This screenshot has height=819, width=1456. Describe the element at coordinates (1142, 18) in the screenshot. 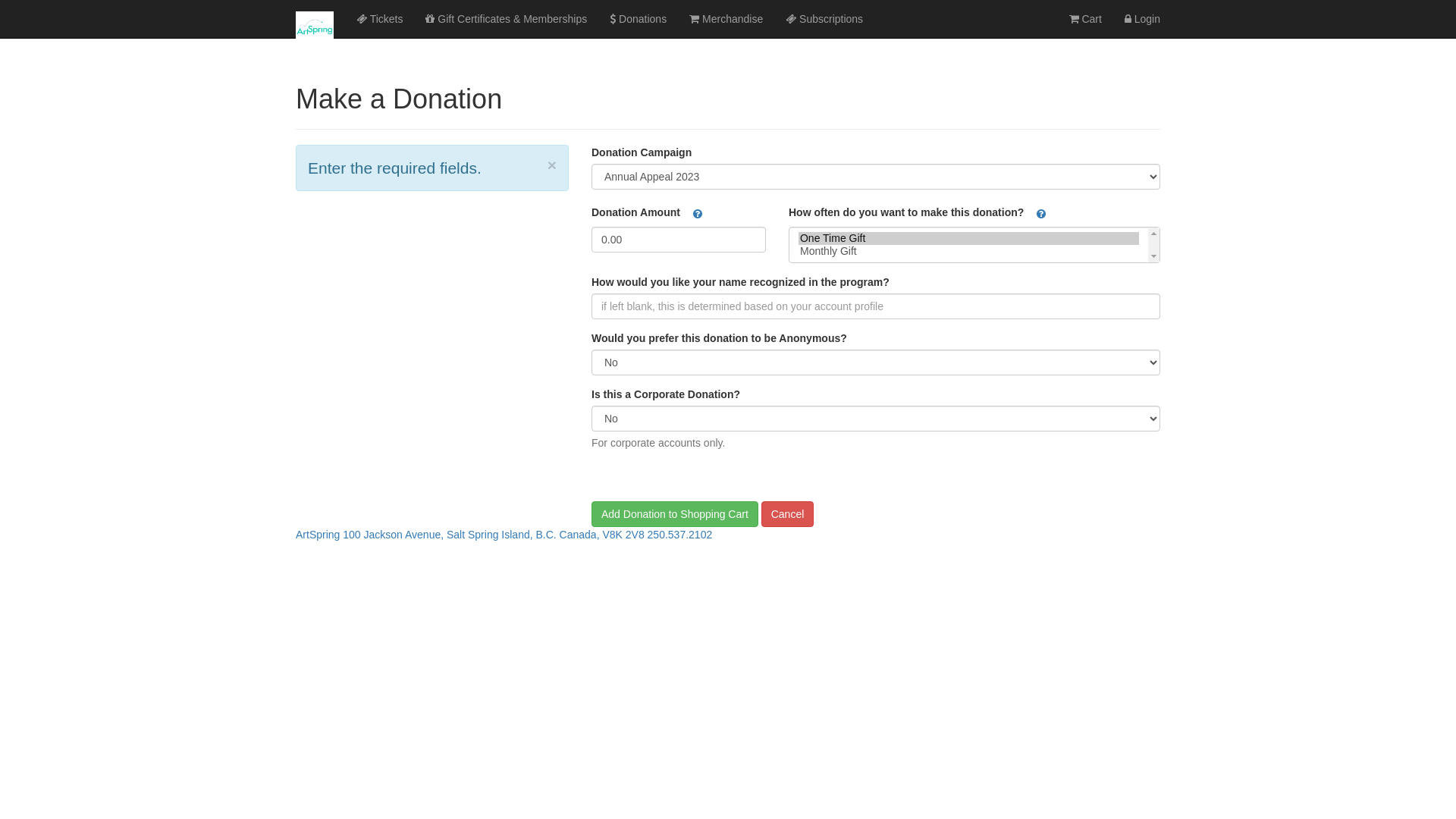

I see `'Login'` at that location.